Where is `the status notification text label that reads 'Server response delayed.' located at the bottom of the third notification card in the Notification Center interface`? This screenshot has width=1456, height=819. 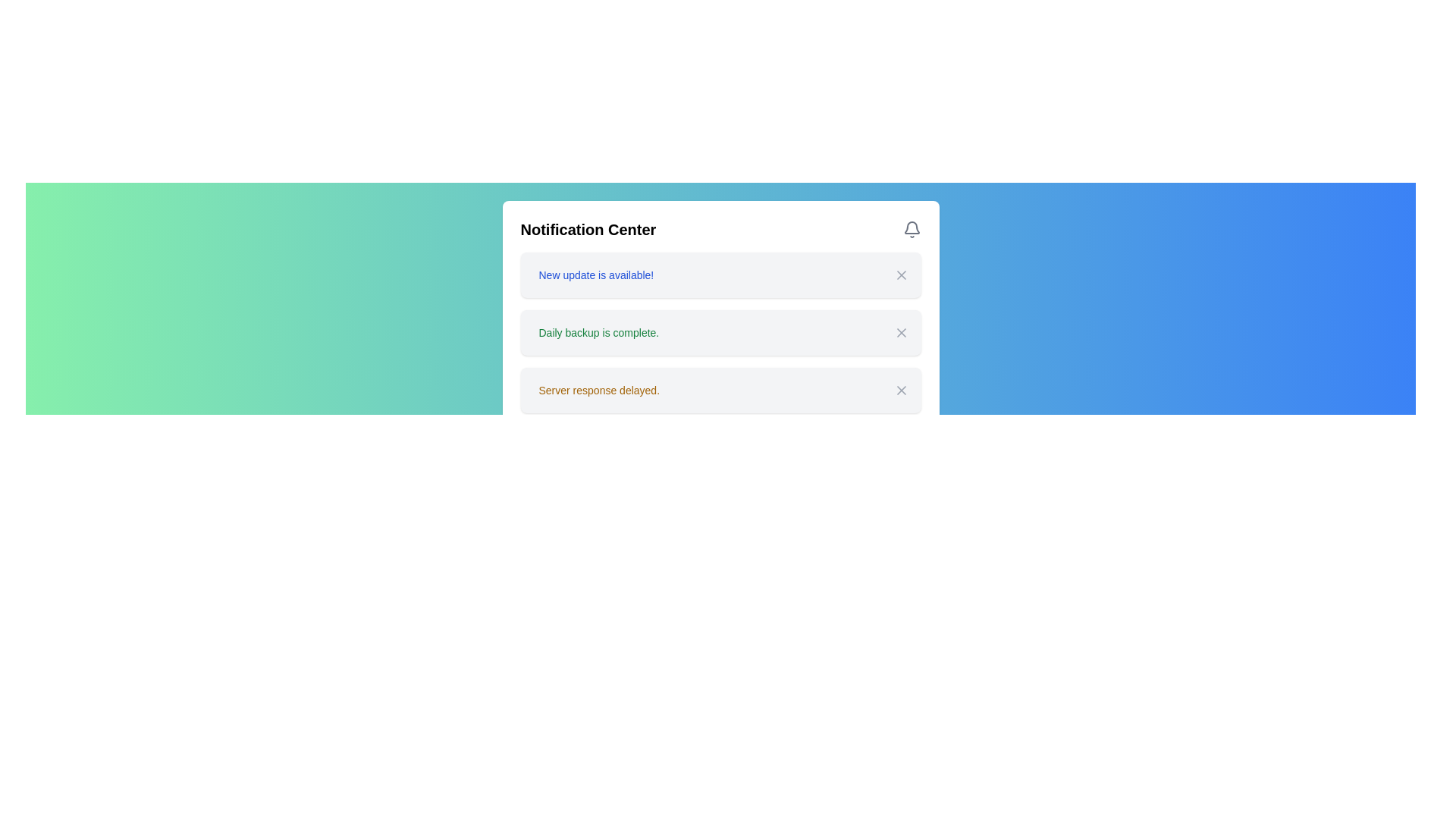 the status notification text label that reads 'Server response delayed.' located at the bottom of the third notification card in the Notification Center interface is located at coordinates (598, 390).